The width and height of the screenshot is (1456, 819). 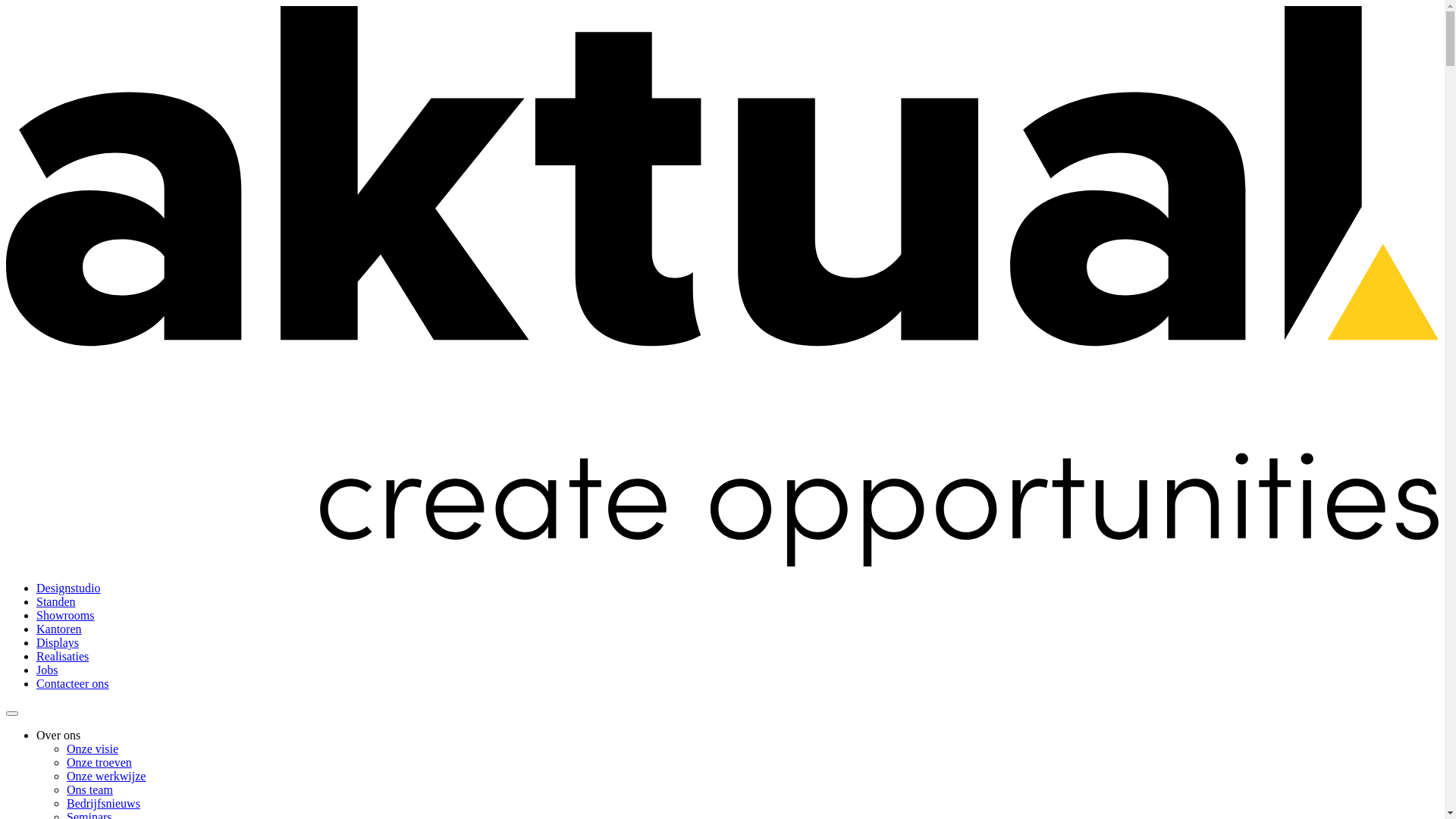 What do you see at coordinates (61, 655) in the screenshot?
I see `'Realisaties'` at bounding box center [61, 655].